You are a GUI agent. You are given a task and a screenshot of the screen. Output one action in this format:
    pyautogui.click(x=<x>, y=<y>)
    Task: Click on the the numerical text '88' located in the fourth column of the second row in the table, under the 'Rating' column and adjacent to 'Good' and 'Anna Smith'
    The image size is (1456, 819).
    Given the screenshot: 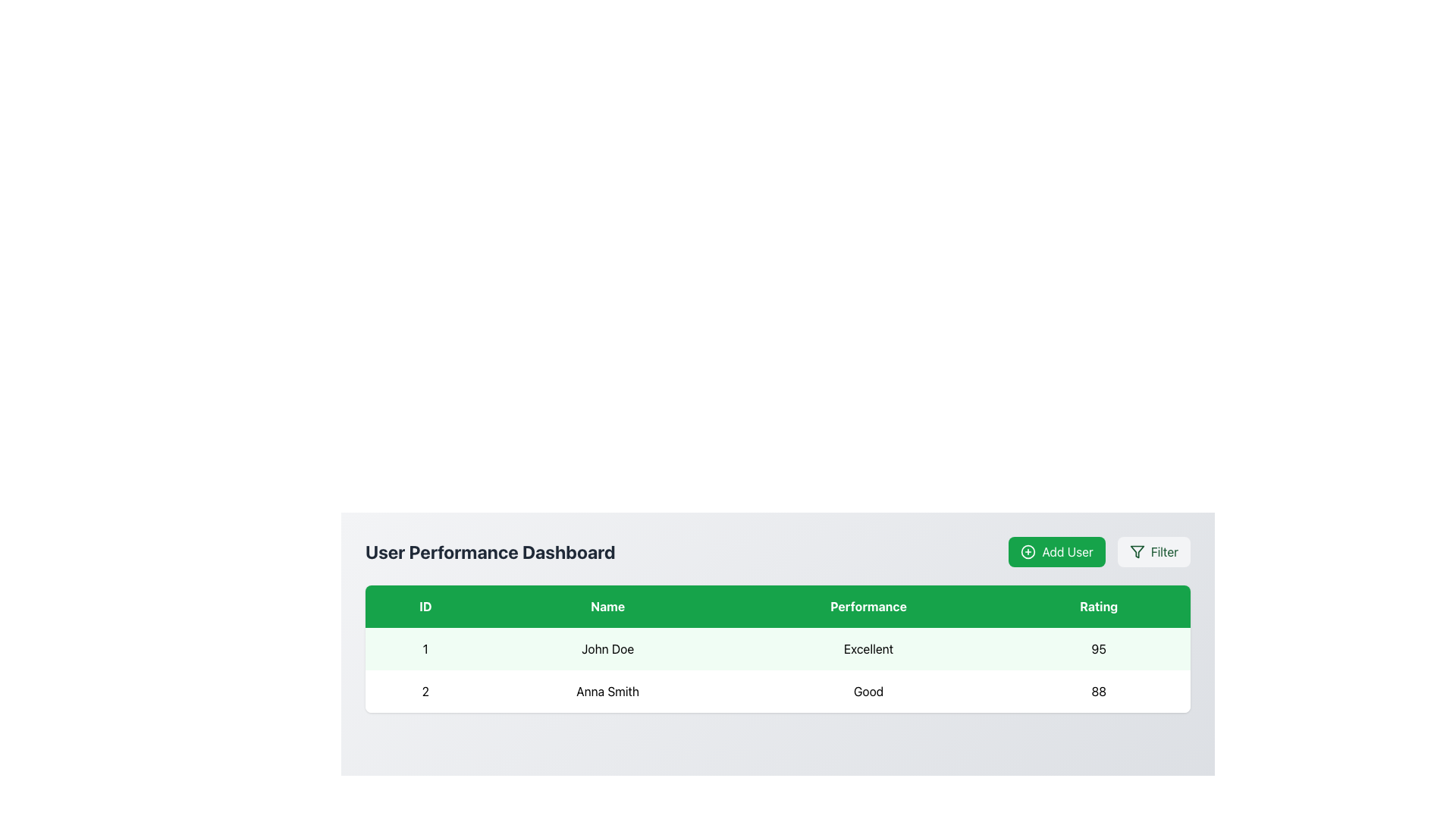 What is the action you would take?
    pyautogui.click(x=1099, y=691)
    